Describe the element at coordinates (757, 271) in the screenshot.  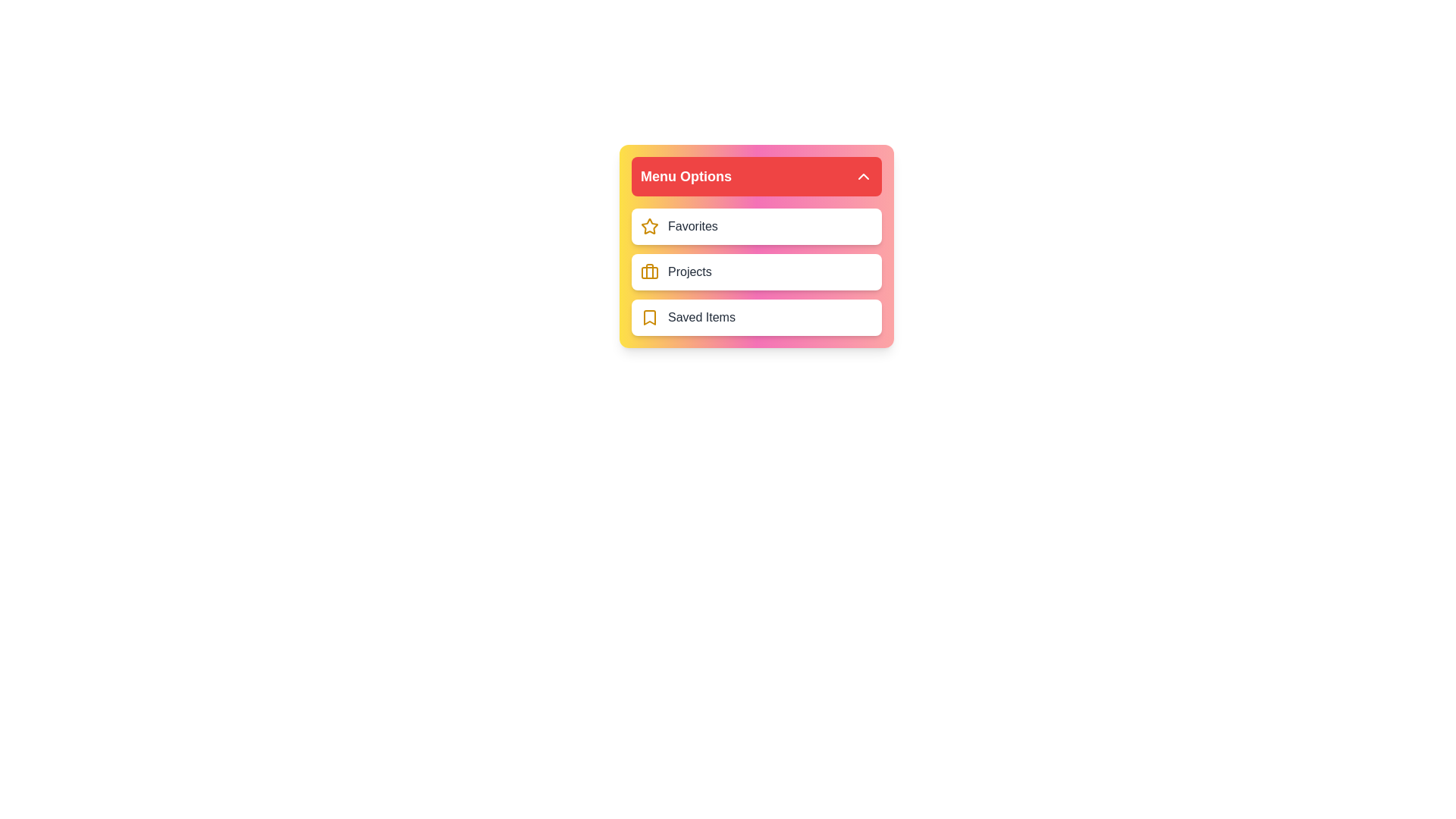
I see `the menu item labeled Projects to observe its hover effect` at that location.